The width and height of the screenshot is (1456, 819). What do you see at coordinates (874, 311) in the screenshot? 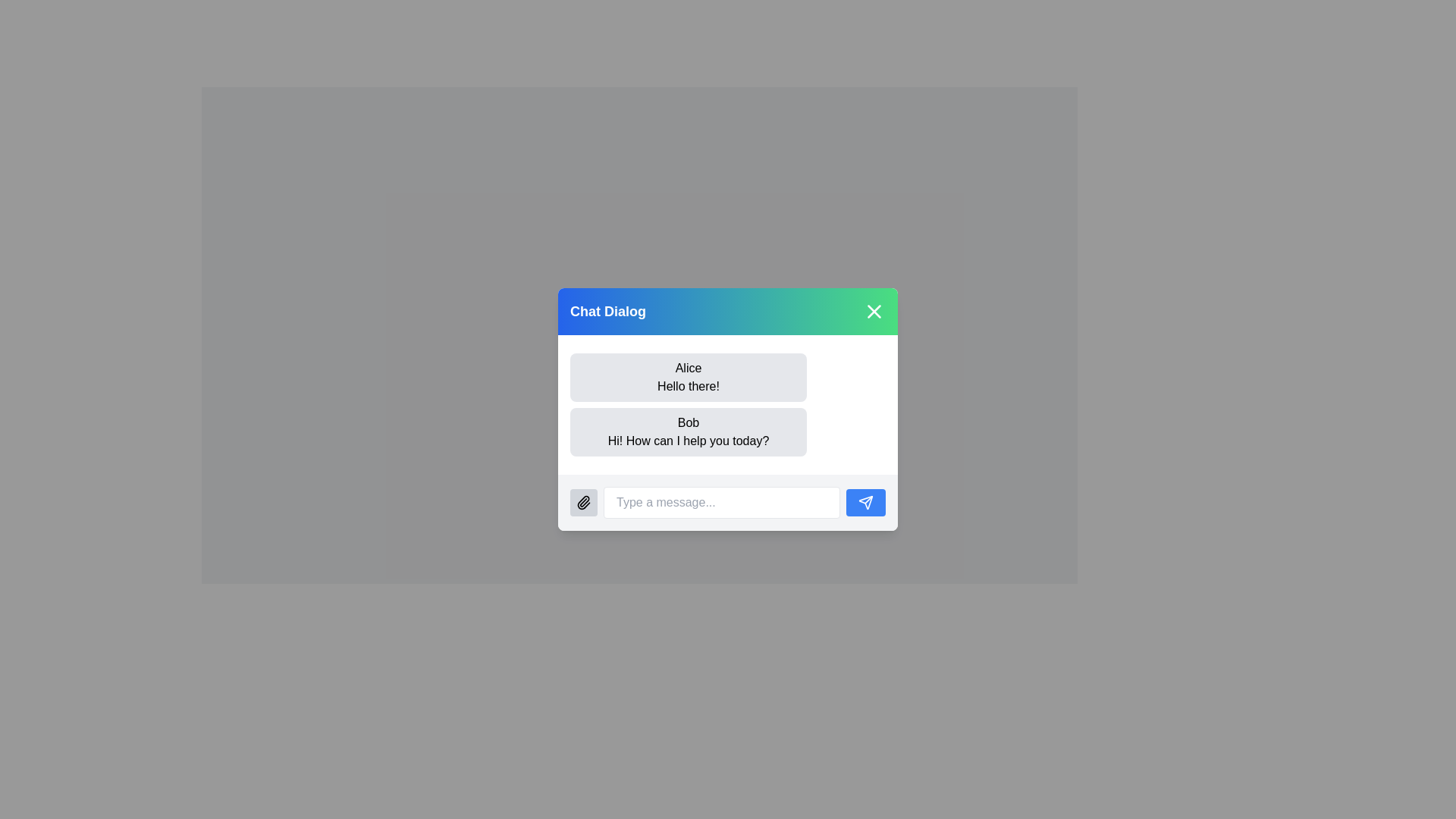
I see `the Close Icon button located in the top-right corner of the chat dialog` at bounding box center [874, 311].